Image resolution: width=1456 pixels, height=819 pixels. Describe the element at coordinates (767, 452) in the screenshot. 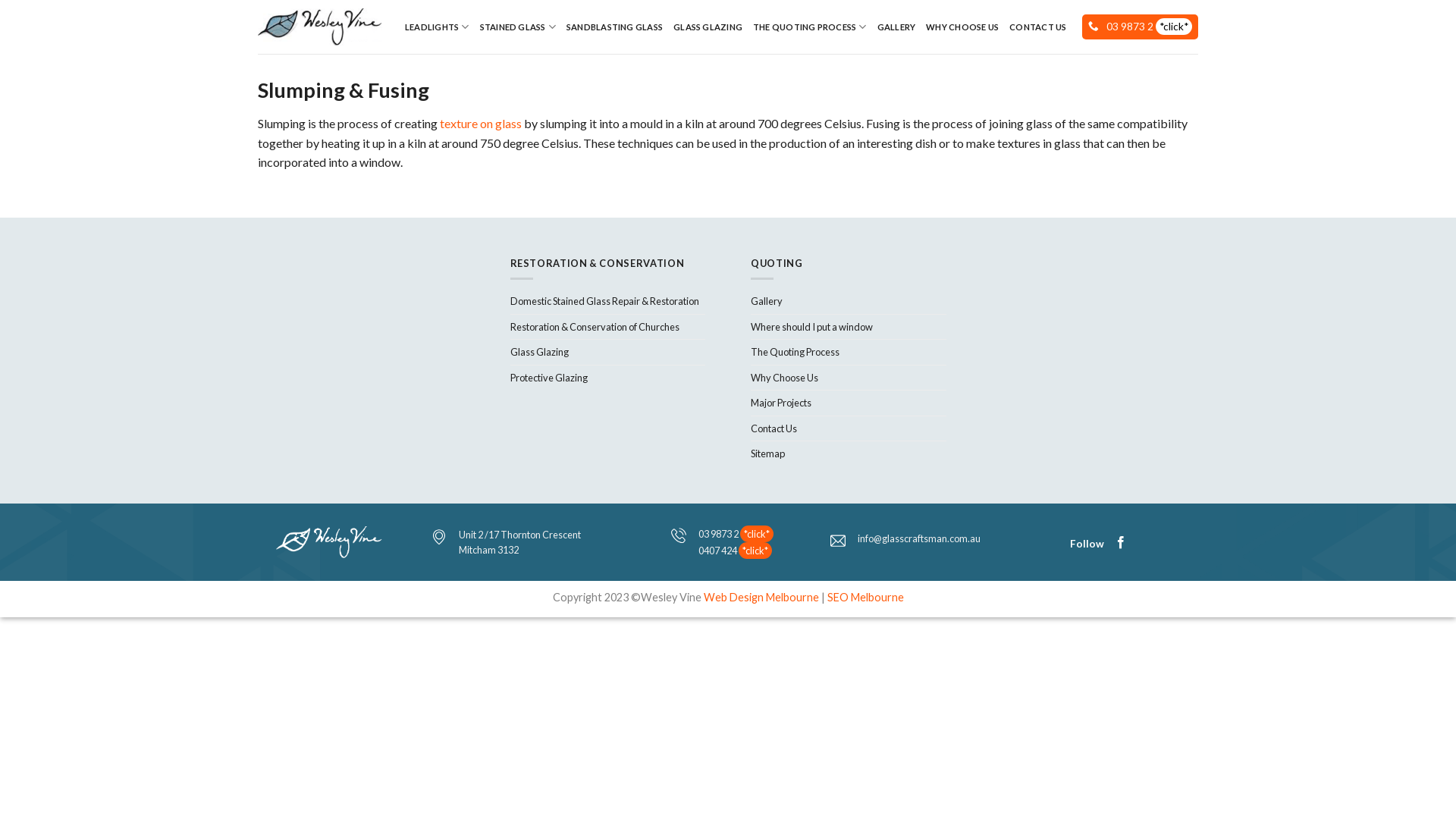

I see `'Sitemap'` at that location.